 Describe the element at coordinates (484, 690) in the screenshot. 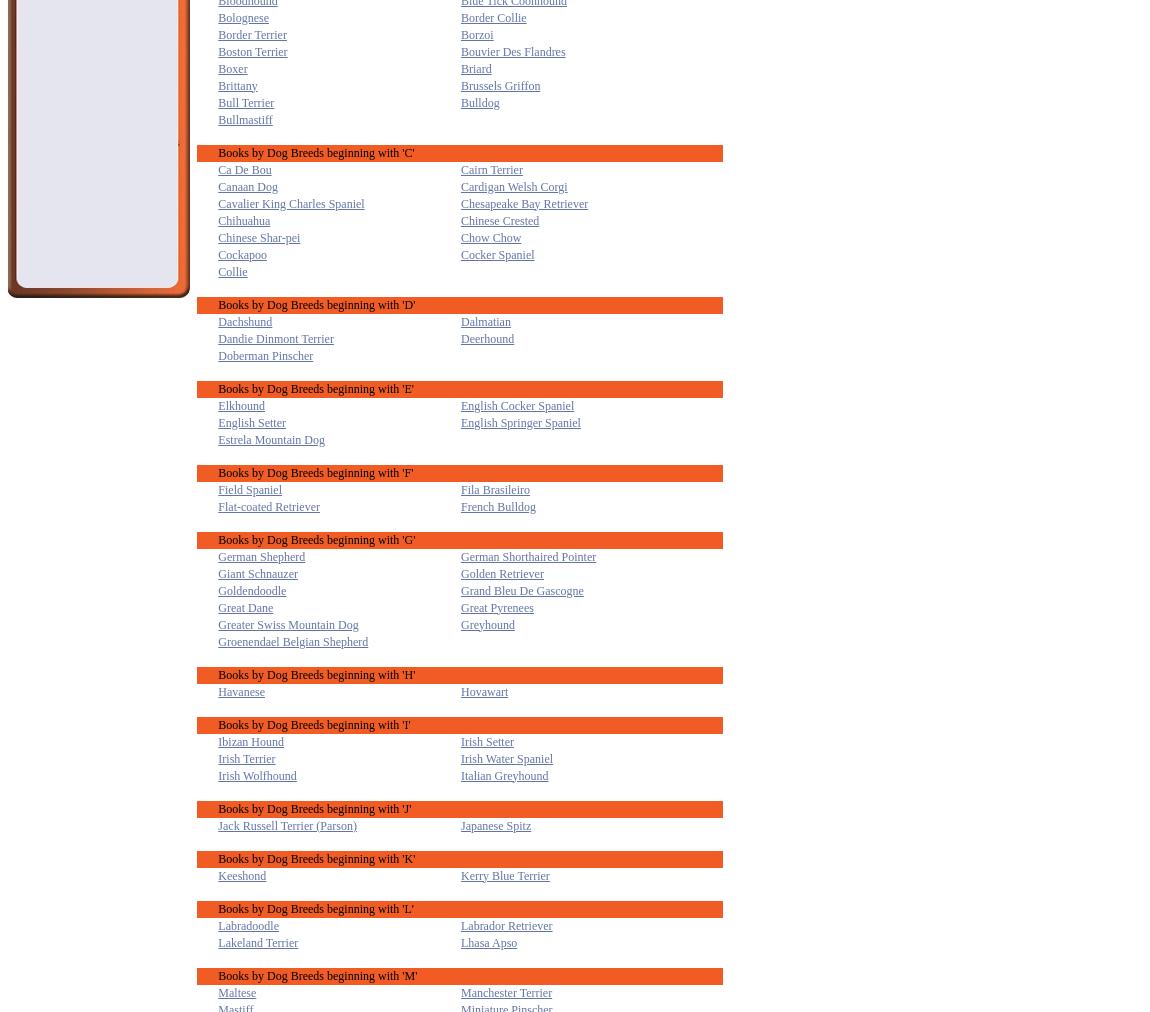

I see `'Hovawart'` at that location.